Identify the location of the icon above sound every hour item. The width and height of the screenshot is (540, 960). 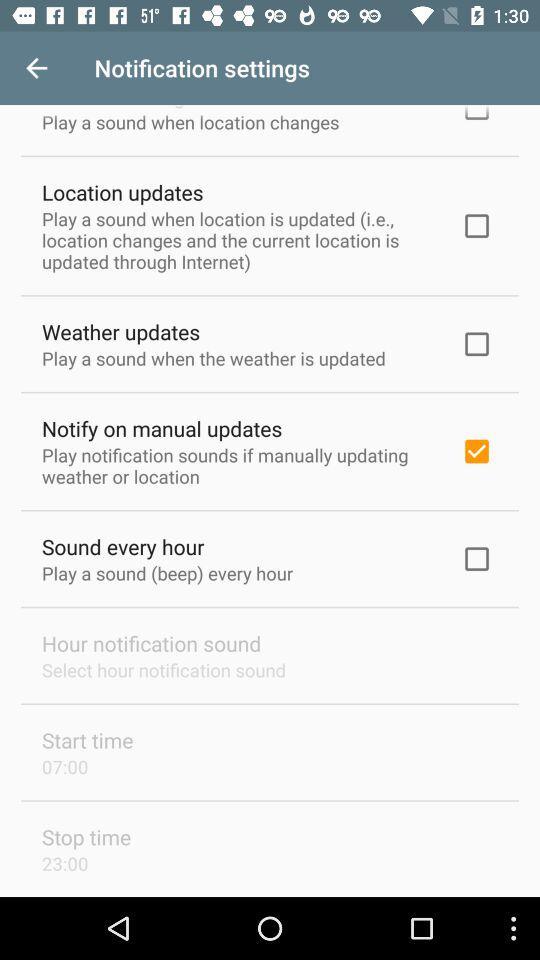
(238, 465).